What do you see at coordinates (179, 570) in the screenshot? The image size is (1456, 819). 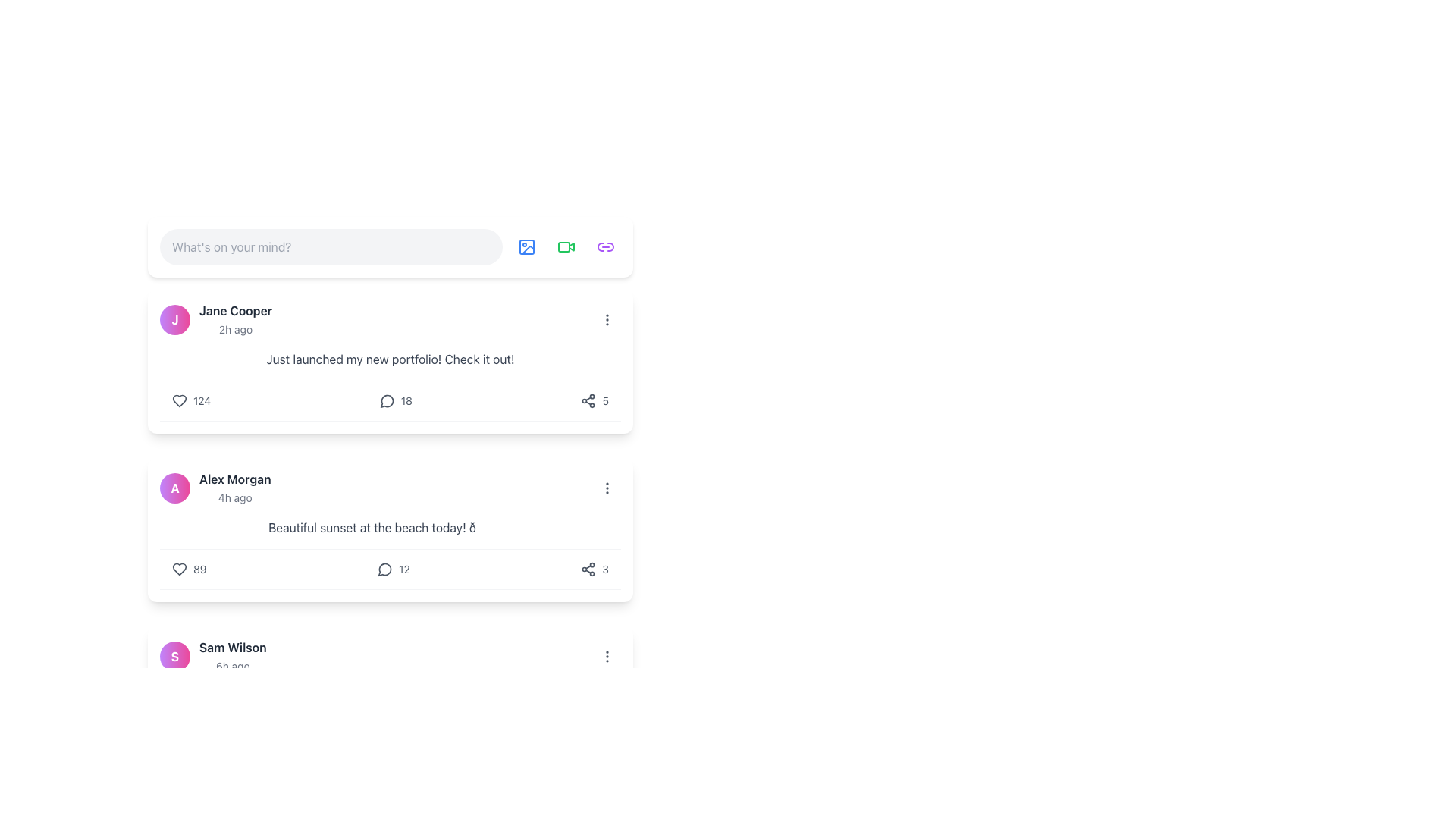 I see `the heart icon located leftmost in the row of interactive elements to register a like for the post` at bounding box center [179, 570].